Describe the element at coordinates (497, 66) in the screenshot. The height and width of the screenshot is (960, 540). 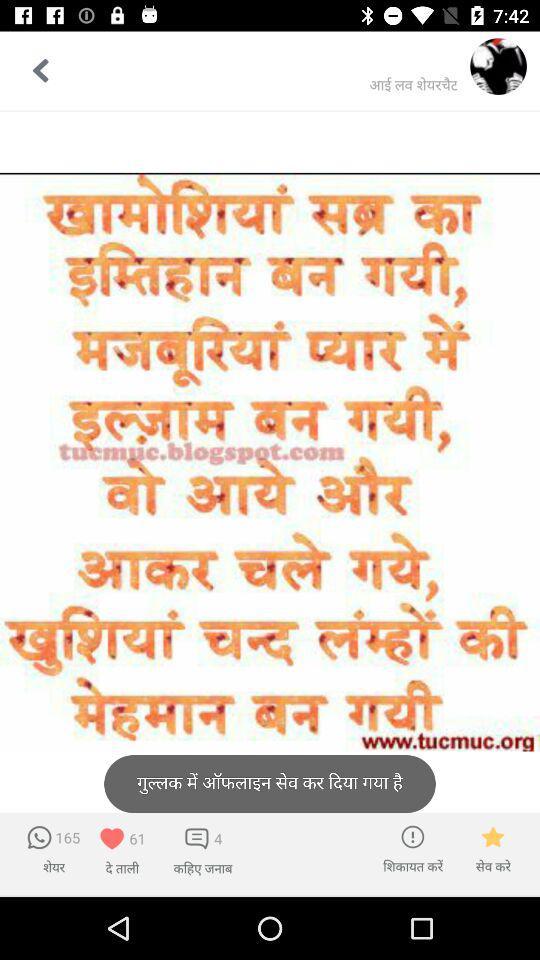
I see `the avatar icon` at that location.